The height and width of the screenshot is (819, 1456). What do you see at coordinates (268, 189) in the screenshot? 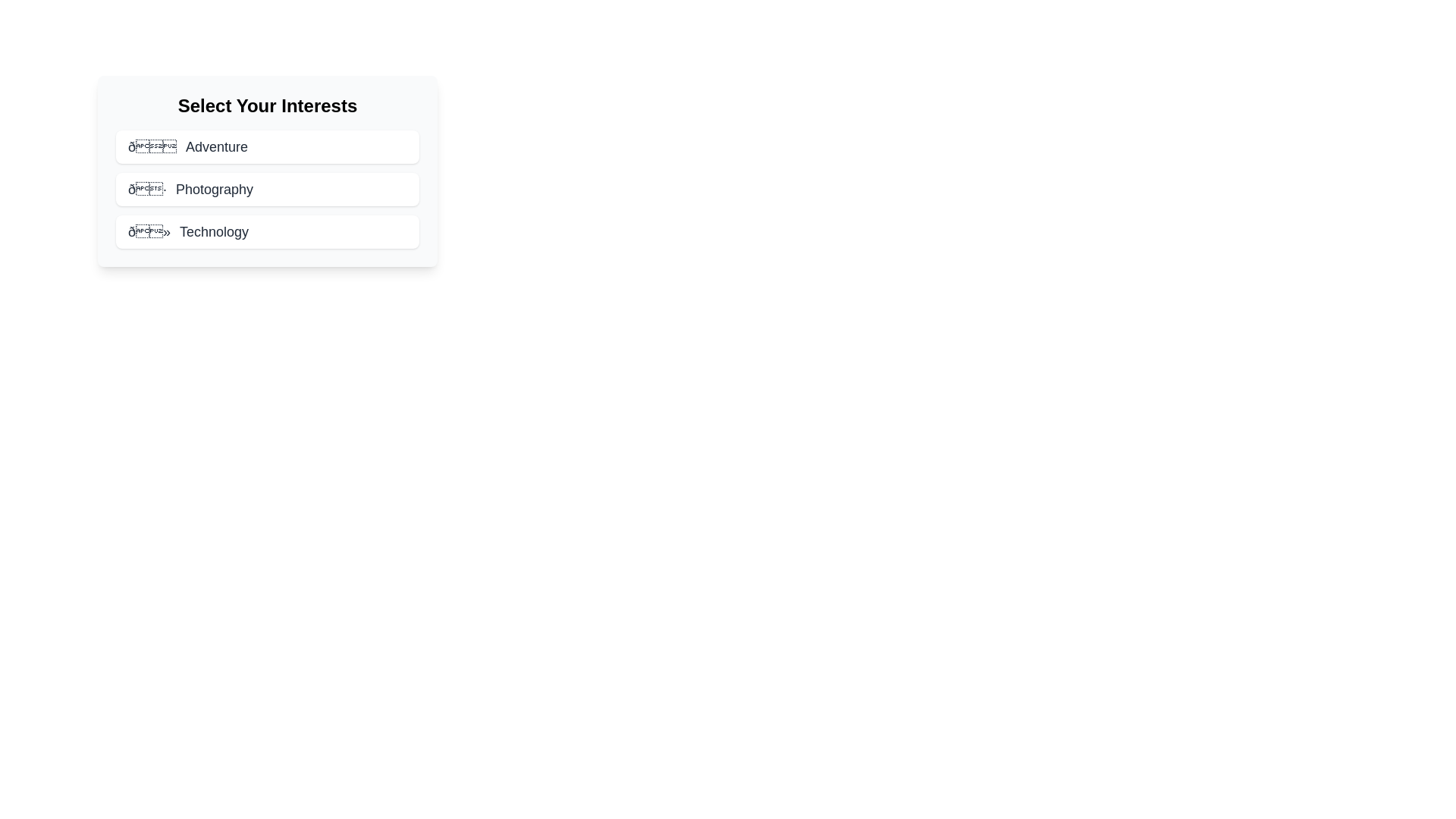
I see `the tag Photography` at bounding box center [268, 189].